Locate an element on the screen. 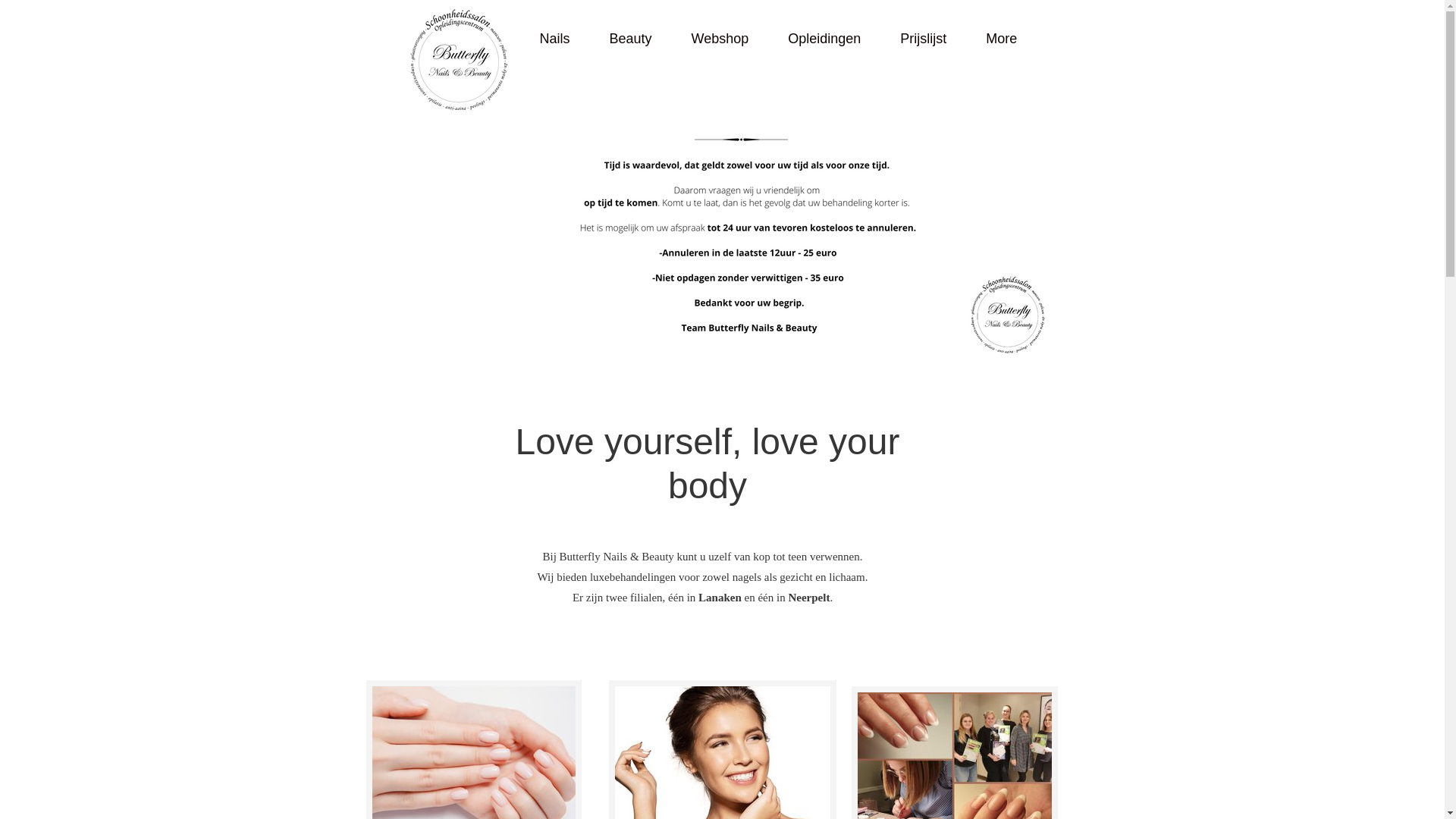  'Opleidingen' is located at coordinates (767, 37).